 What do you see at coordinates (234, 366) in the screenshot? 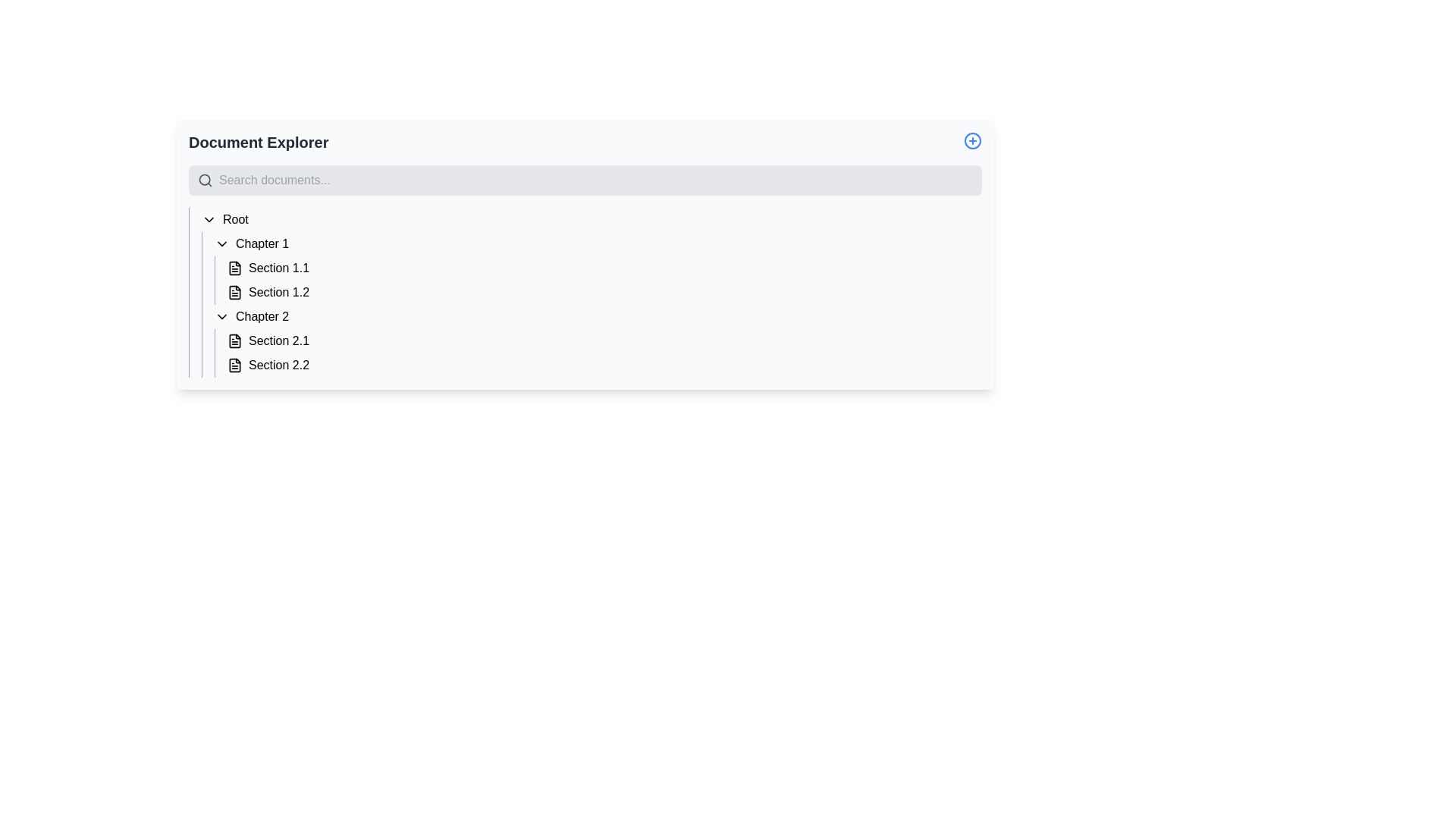
I see `the graphical icon representing the file associated with 'Section 2.2' in the Document Explorer, which is located to the left of the text 'Section 2.2'` at bounding box center [234, 366].